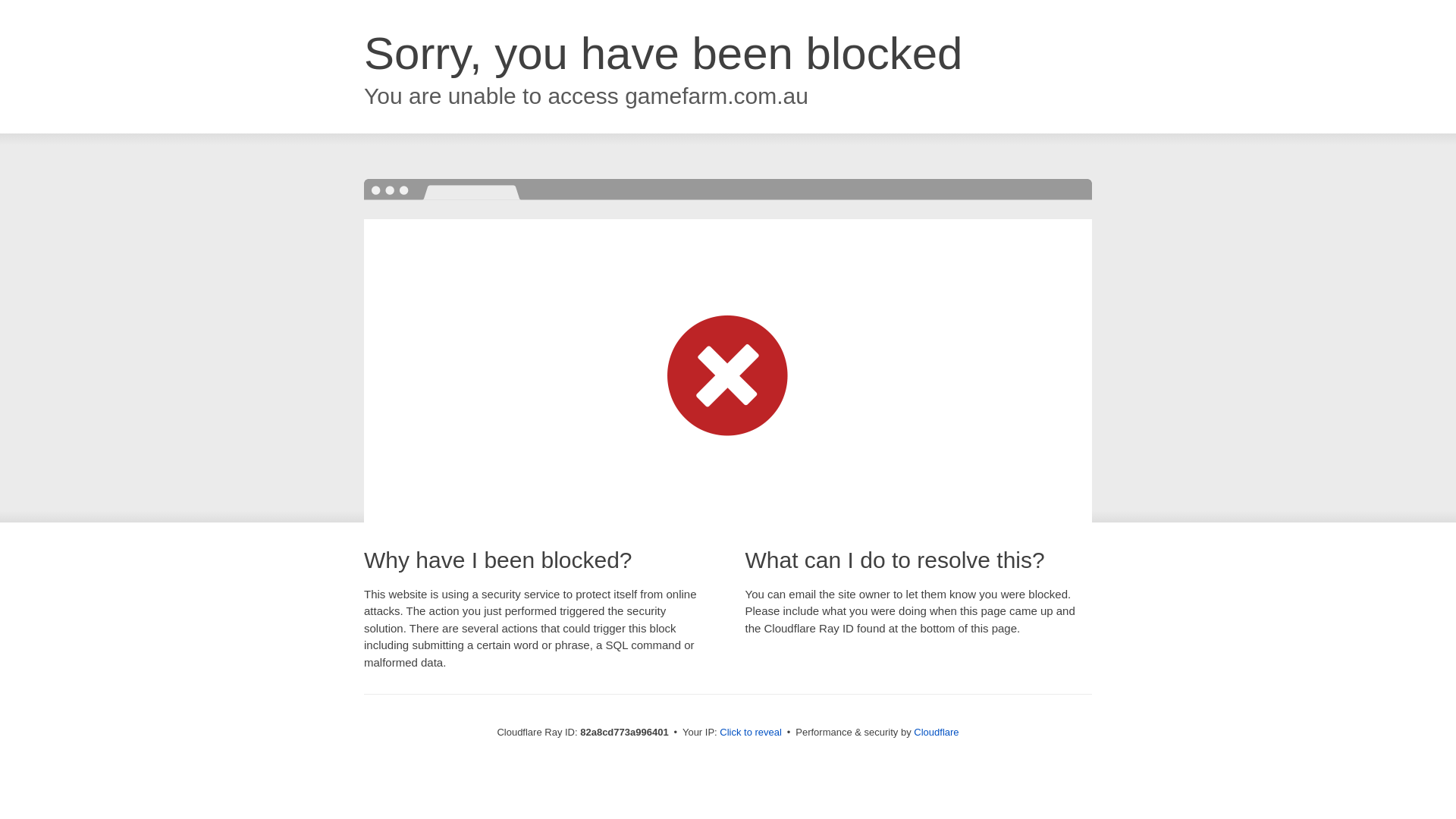 The height and width of the screenshot is (819, 1456). What do you see at coordinates (750, 731) in the screenshot?
I see `'Click to reveal'` at bounding box center [750, 731].